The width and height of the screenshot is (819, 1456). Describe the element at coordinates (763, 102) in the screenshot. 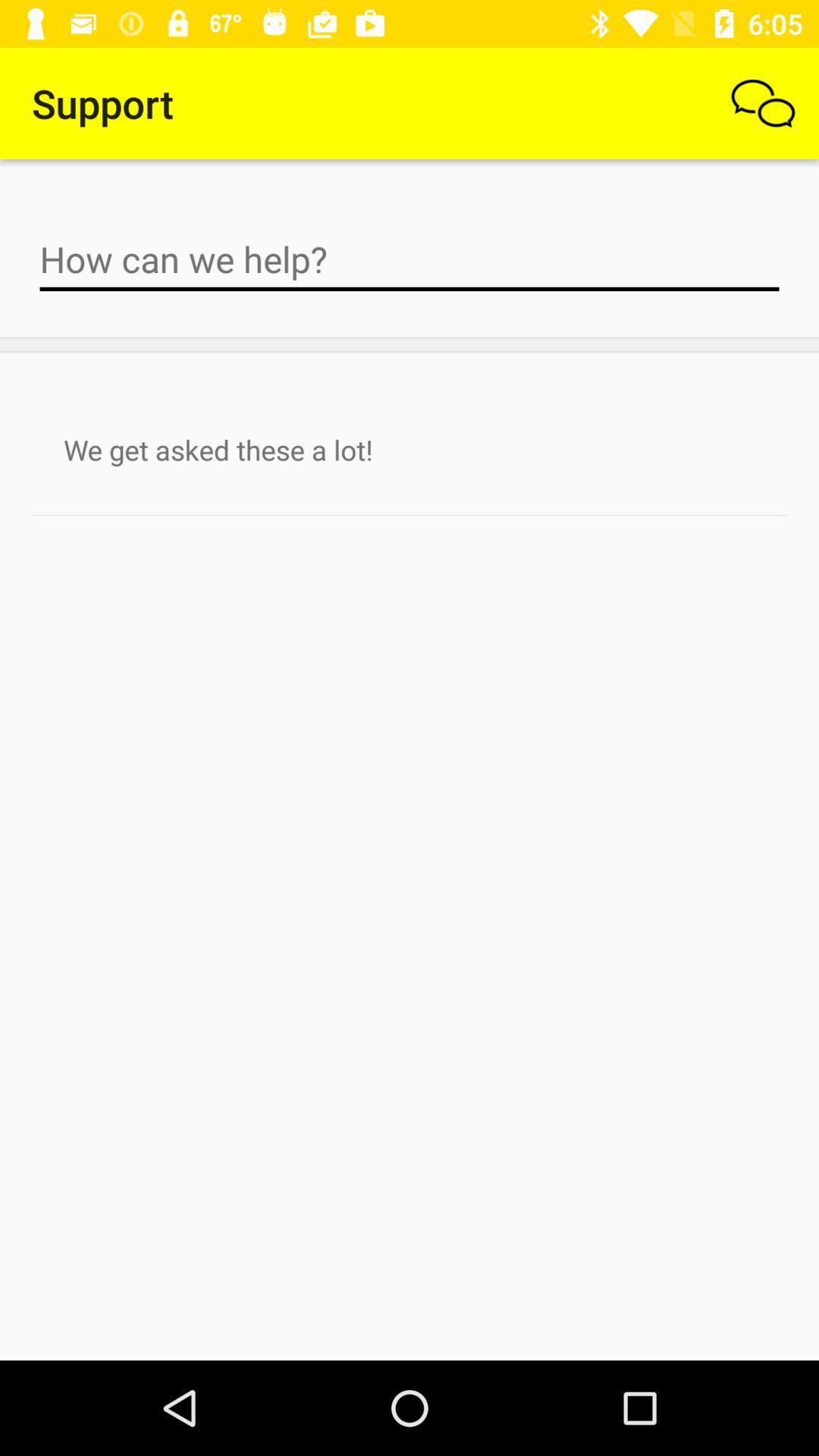

I see `item at the top right corner` at that location.